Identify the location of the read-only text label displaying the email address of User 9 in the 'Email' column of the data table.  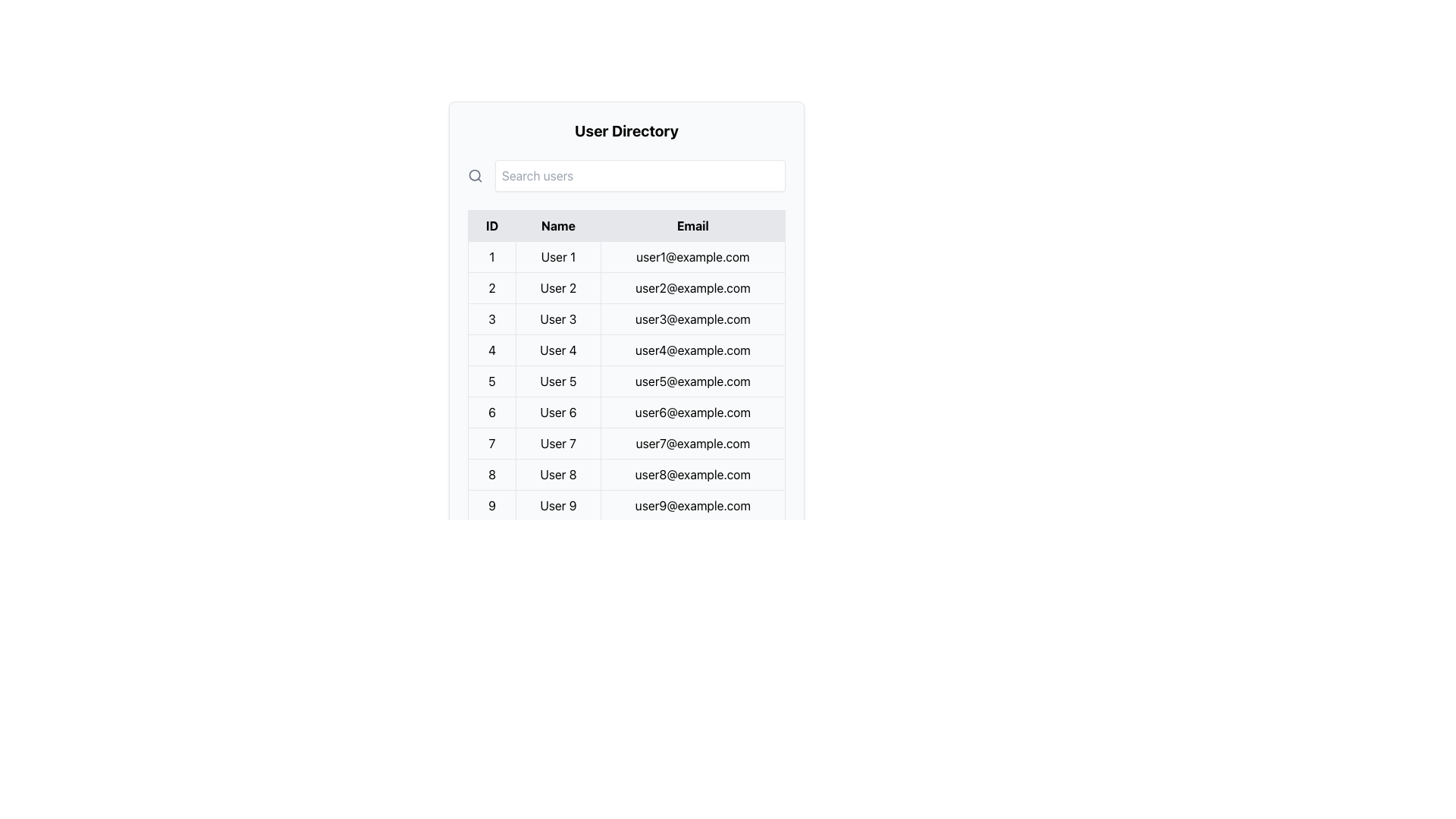
(692, 506).